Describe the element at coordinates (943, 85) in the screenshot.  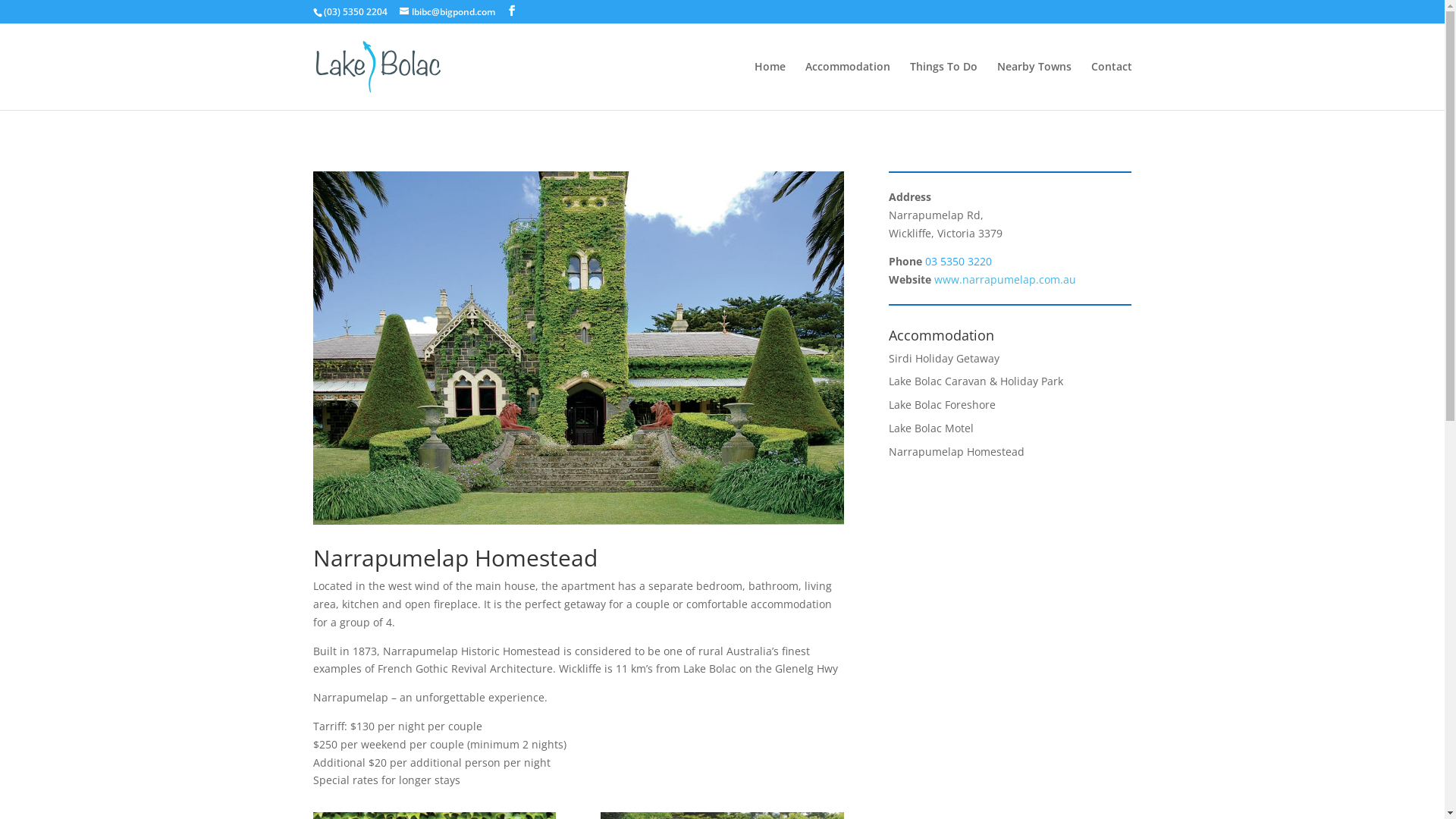
I see `'Things To Do'` at that location.